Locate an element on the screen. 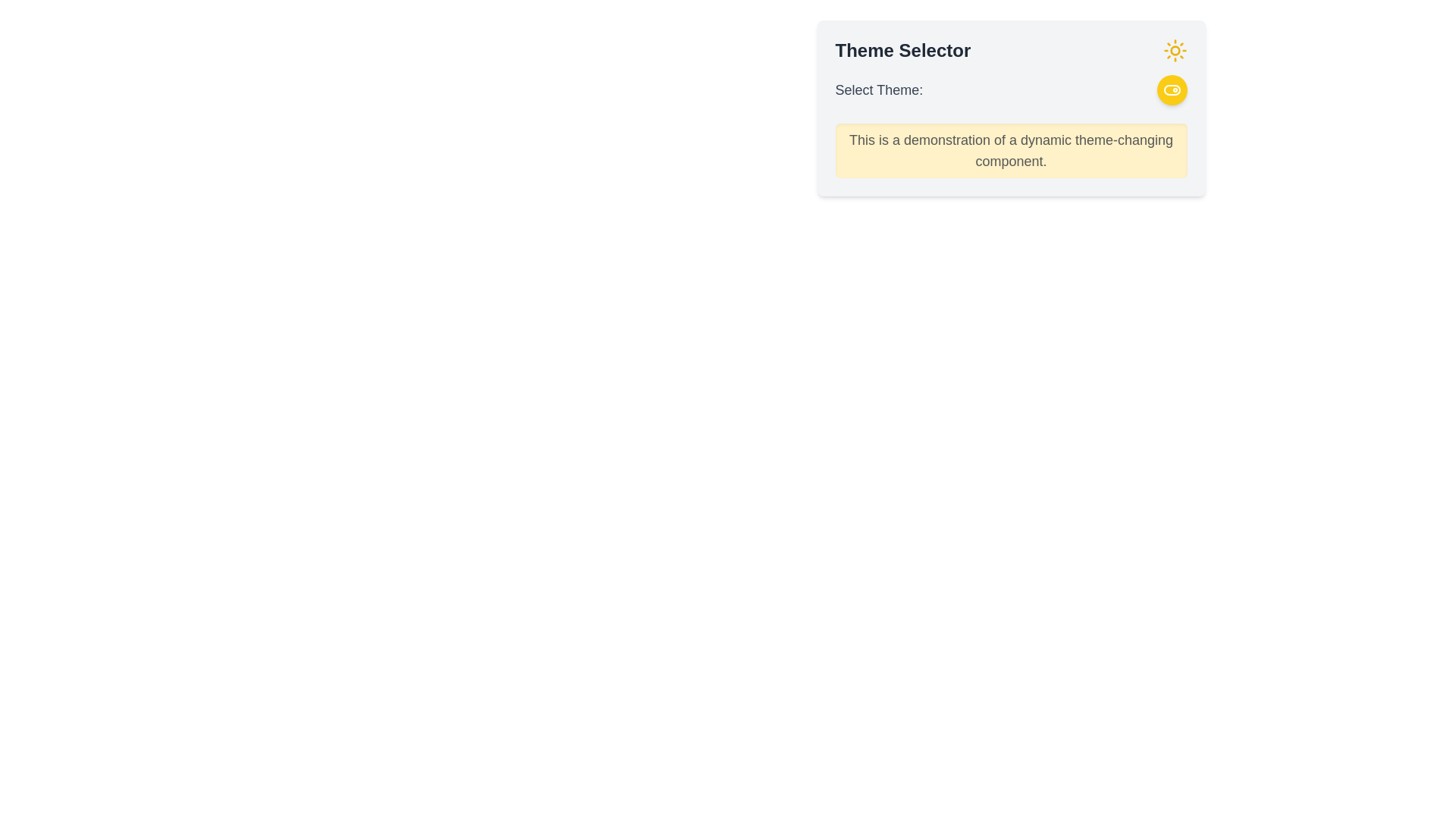 This screenshot has width=1456, height=819. the sun-like icon, which is part of the 'Theme Selector' section, located immediately to the right of the 'Theme Selector' text label is located at coordinates (1174, 49).